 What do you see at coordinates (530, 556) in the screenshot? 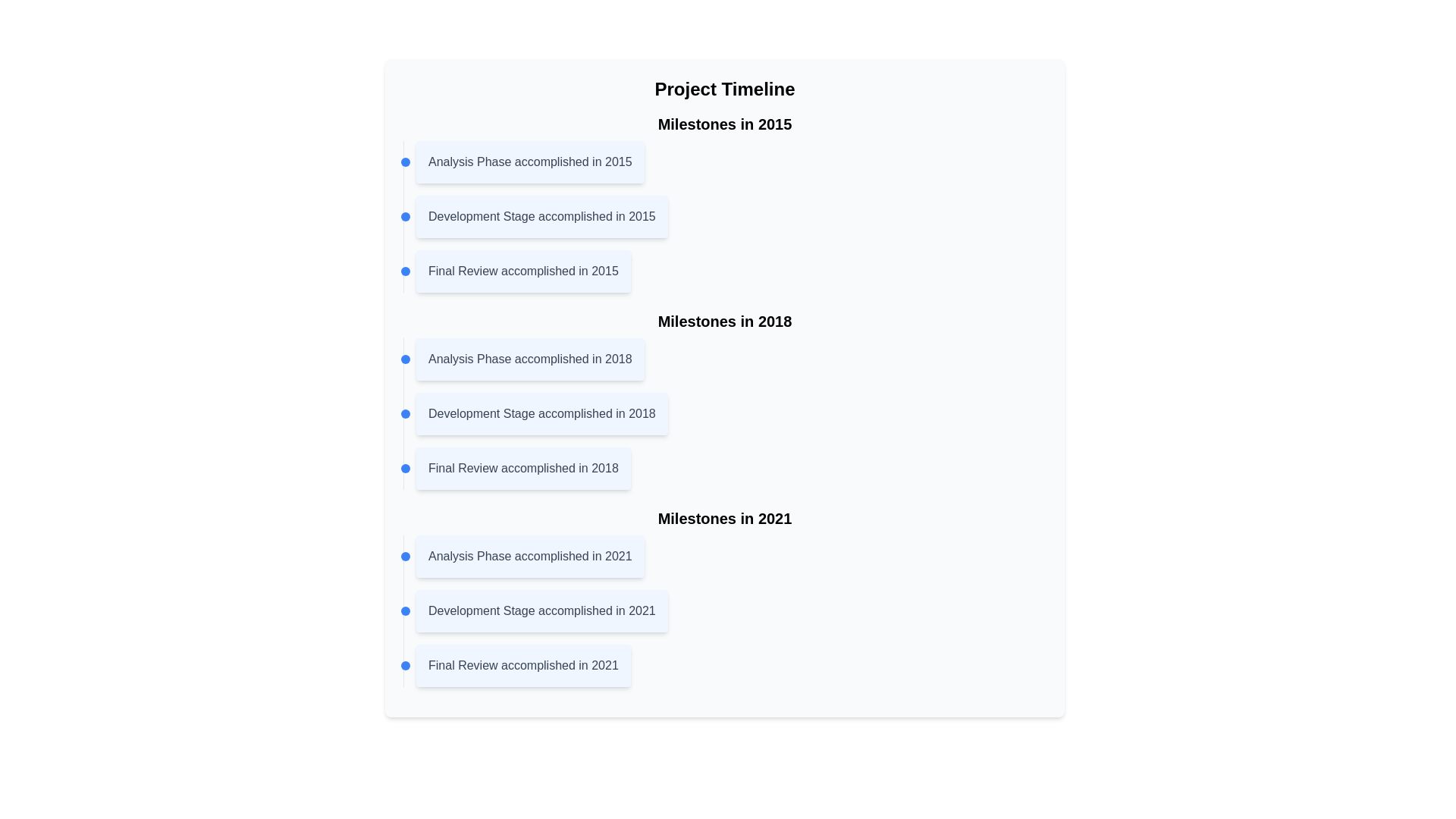
I see `the first Text Label in the 'Milestones in 2021' section of the timeline, which informs users about the completion of the analysis phase in 2021` at bounding box center [530, 556].